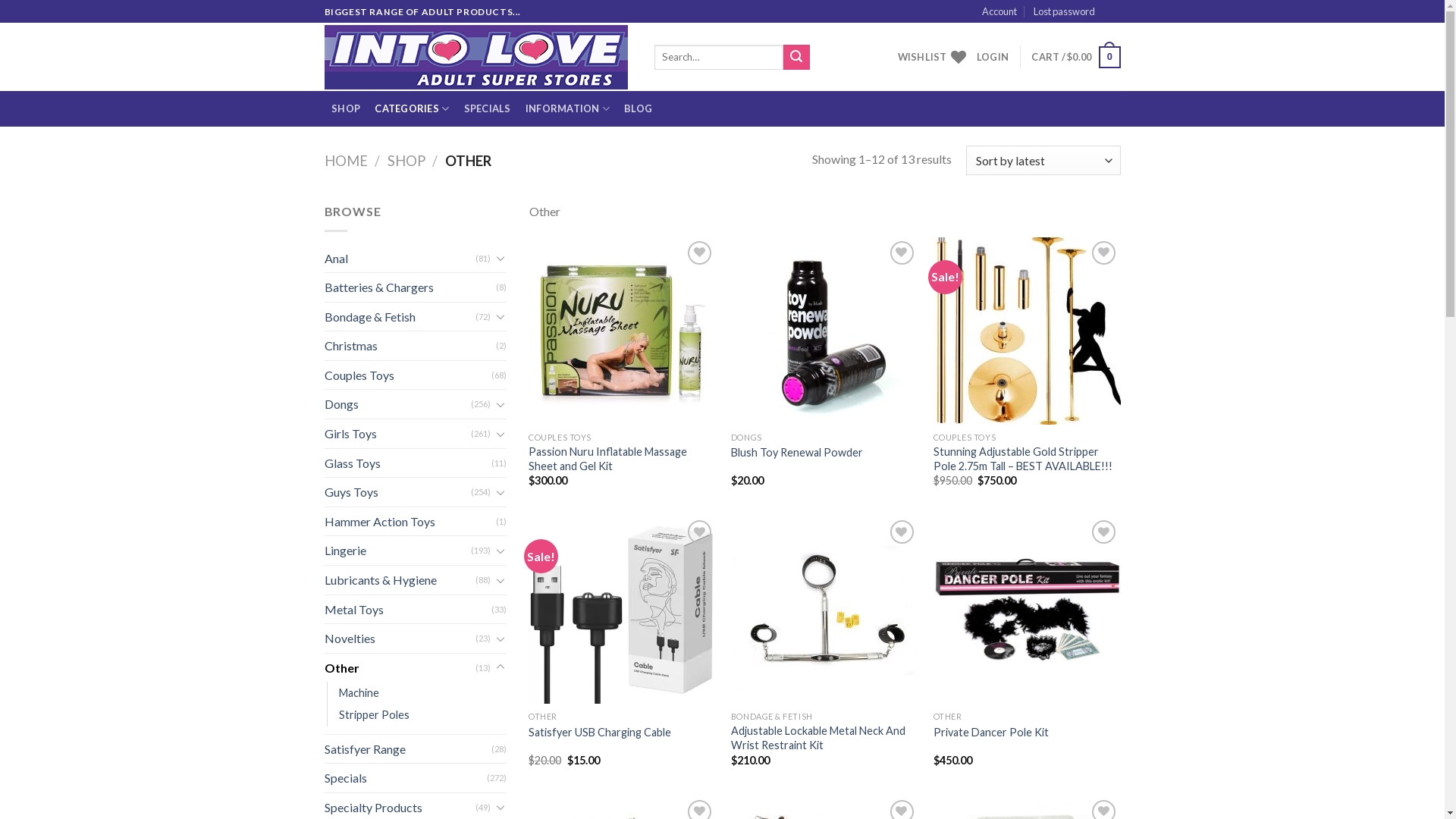  What do you see at coordinates (400, 638) in the screenshot?
I see `'Novelties'` at bounding box center [400, 638].